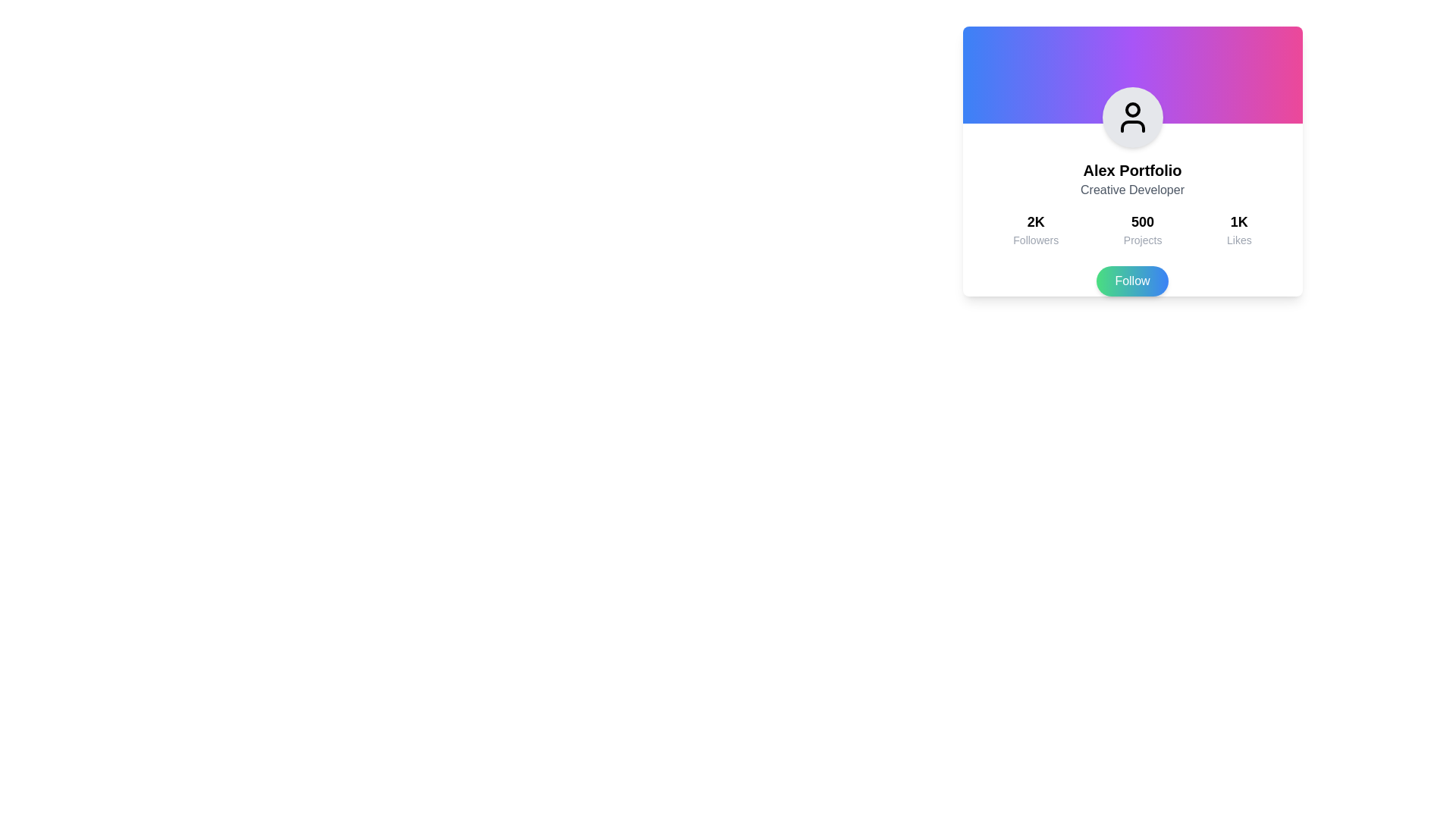 The height and width of the screenshot is (819, 1456). Describe the element at coordinates (1239, 239) in the screenshot. I see `the 'Likes' text label, which is a small, light gray font positioned below the bold '1K' text, aligned to the right among 'Followers' and 'Projects'` at that location.